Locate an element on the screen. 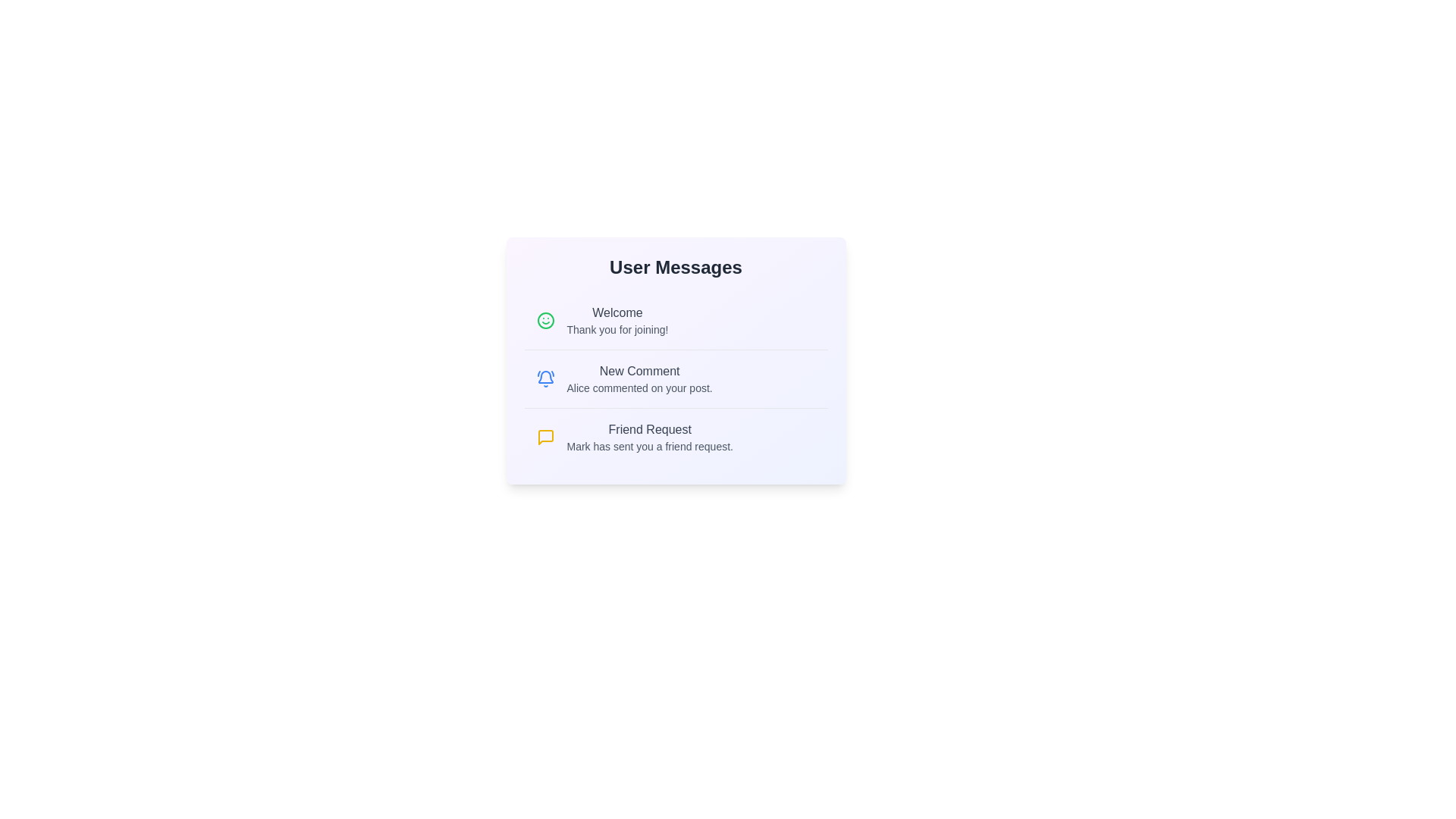  the icon associated with New Comment to view its visual response is located at coordinates (545, 378).